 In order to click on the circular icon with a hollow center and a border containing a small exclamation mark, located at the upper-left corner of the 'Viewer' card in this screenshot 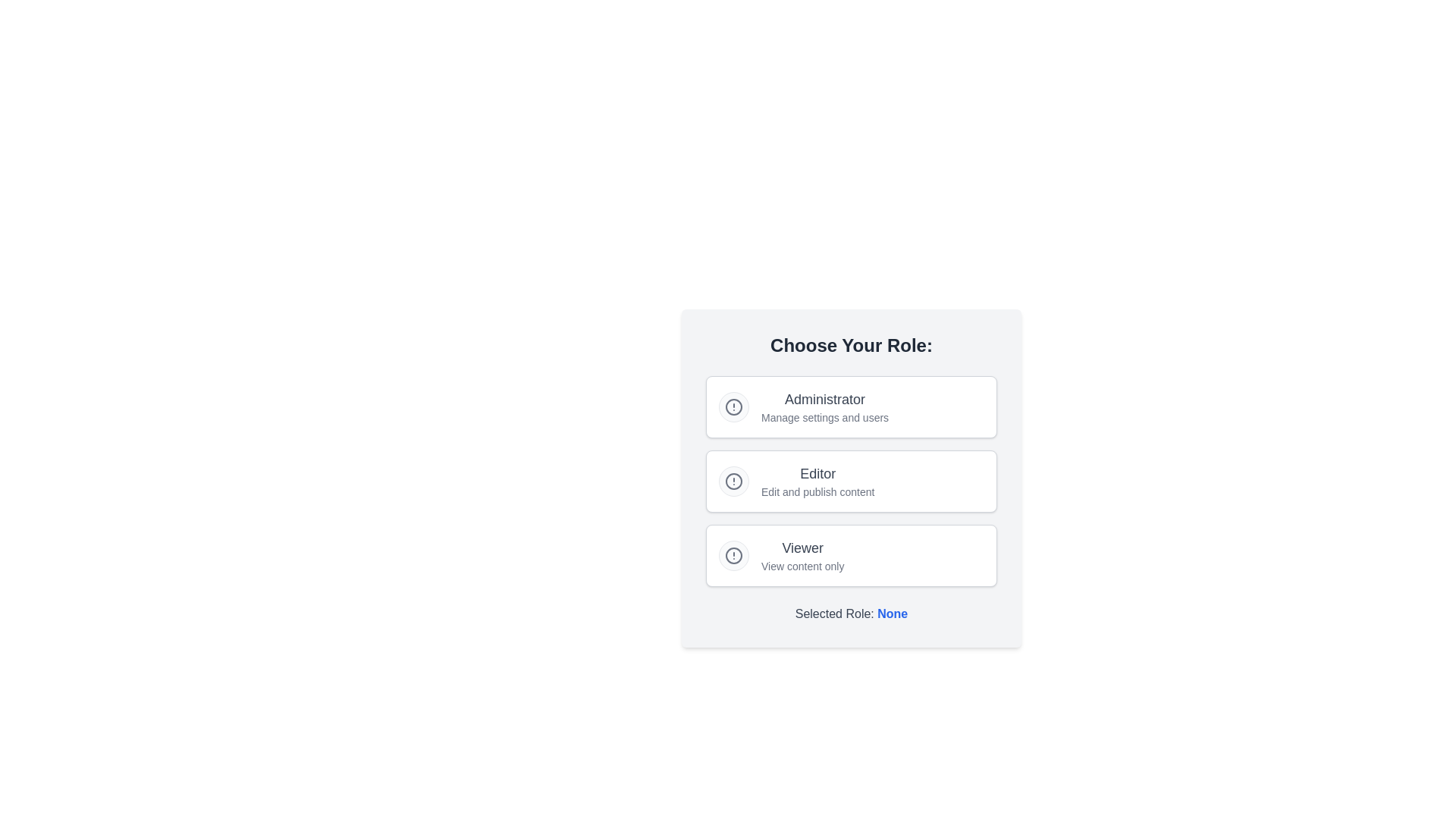, I will do `click(734, 555)`.